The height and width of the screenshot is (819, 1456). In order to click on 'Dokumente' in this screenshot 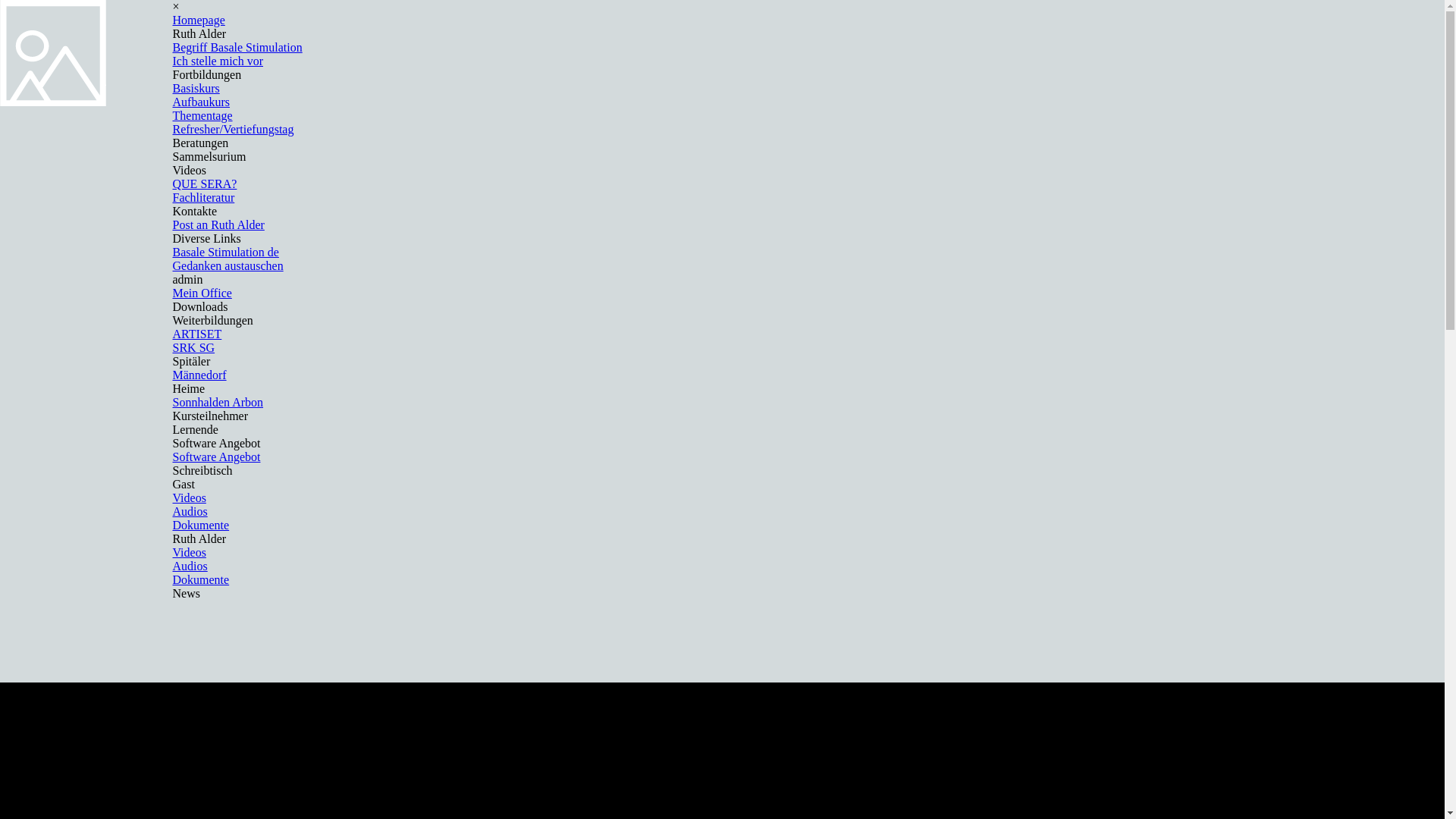, I will do `click(200, 579)`.